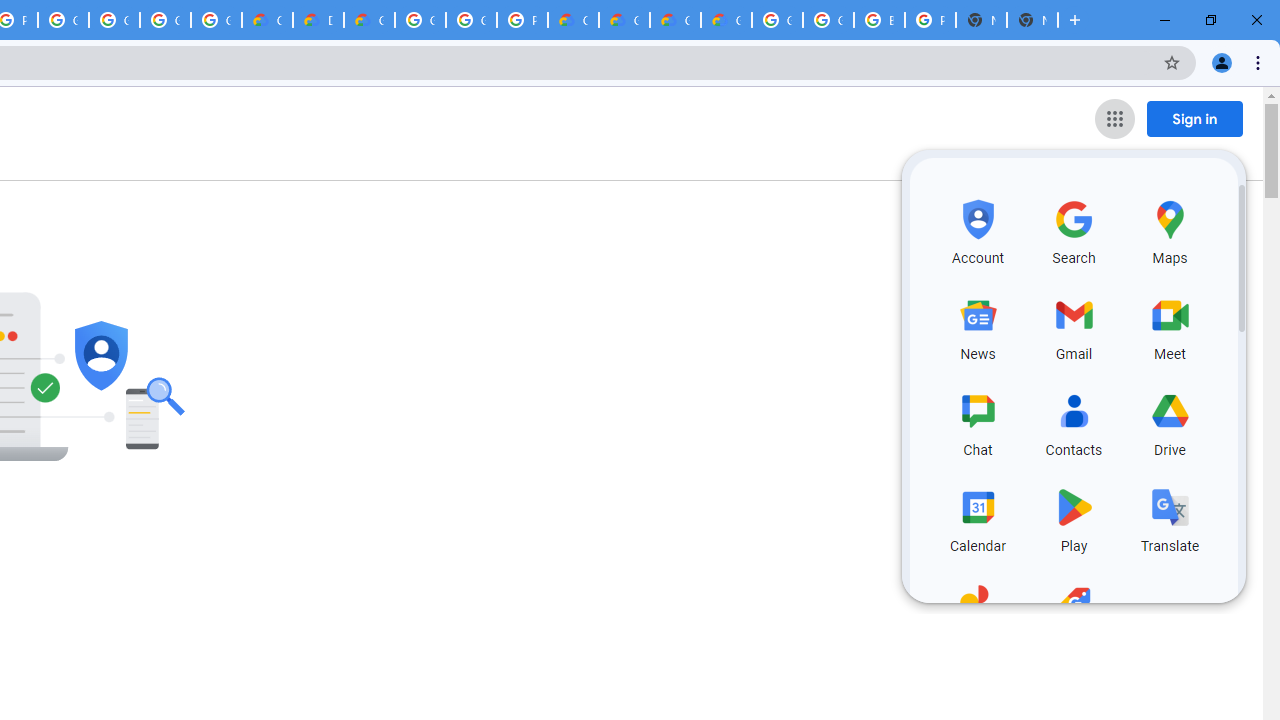 The height and width of the screenshot is (720, 1280). Describe the element at coordinates (1171, 61) in the screenshot. I see `'Bookmark this tab'` at that location.